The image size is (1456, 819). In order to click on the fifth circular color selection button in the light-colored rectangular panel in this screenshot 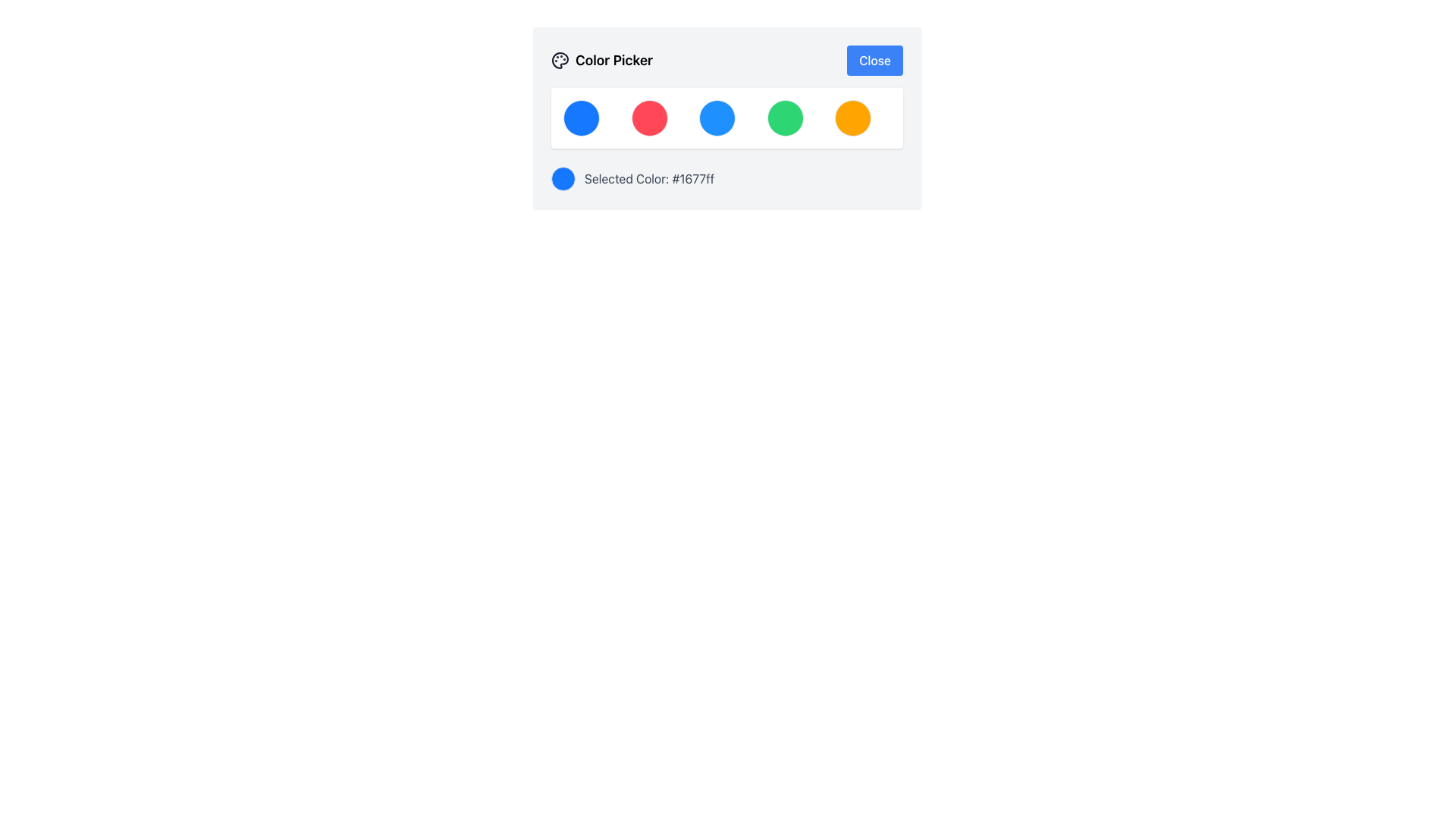, I will do `click(853, 117)`.